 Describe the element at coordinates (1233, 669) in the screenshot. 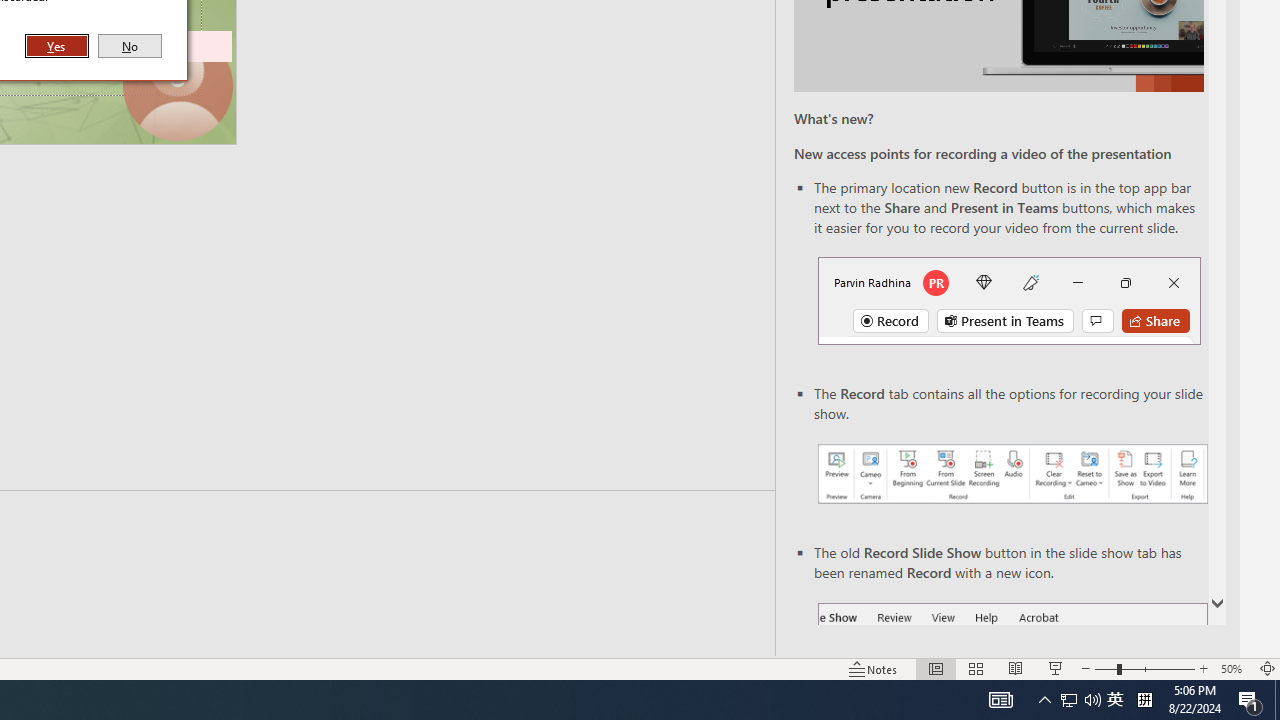

I see `'Zoom 50%'` at that location.